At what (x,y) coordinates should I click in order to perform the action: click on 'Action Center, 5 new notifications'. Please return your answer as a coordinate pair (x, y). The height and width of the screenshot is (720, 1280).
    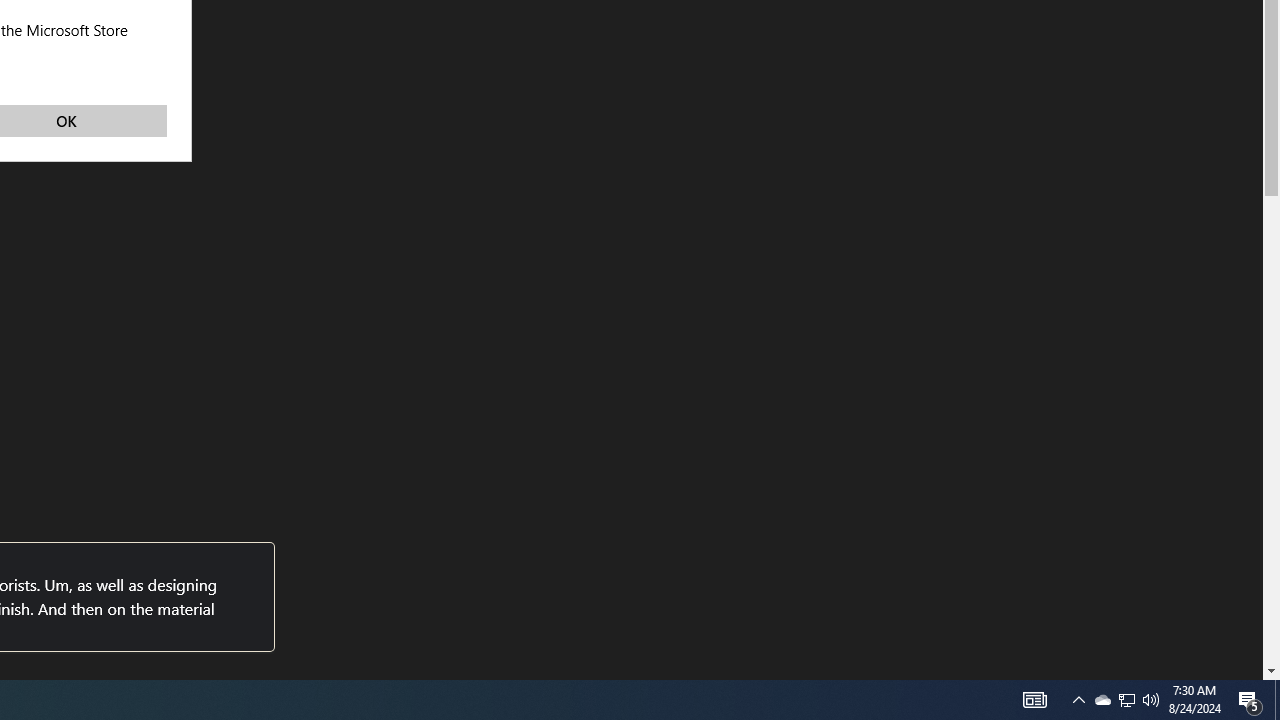
    Looking at the image, I should click on (1250, 698).